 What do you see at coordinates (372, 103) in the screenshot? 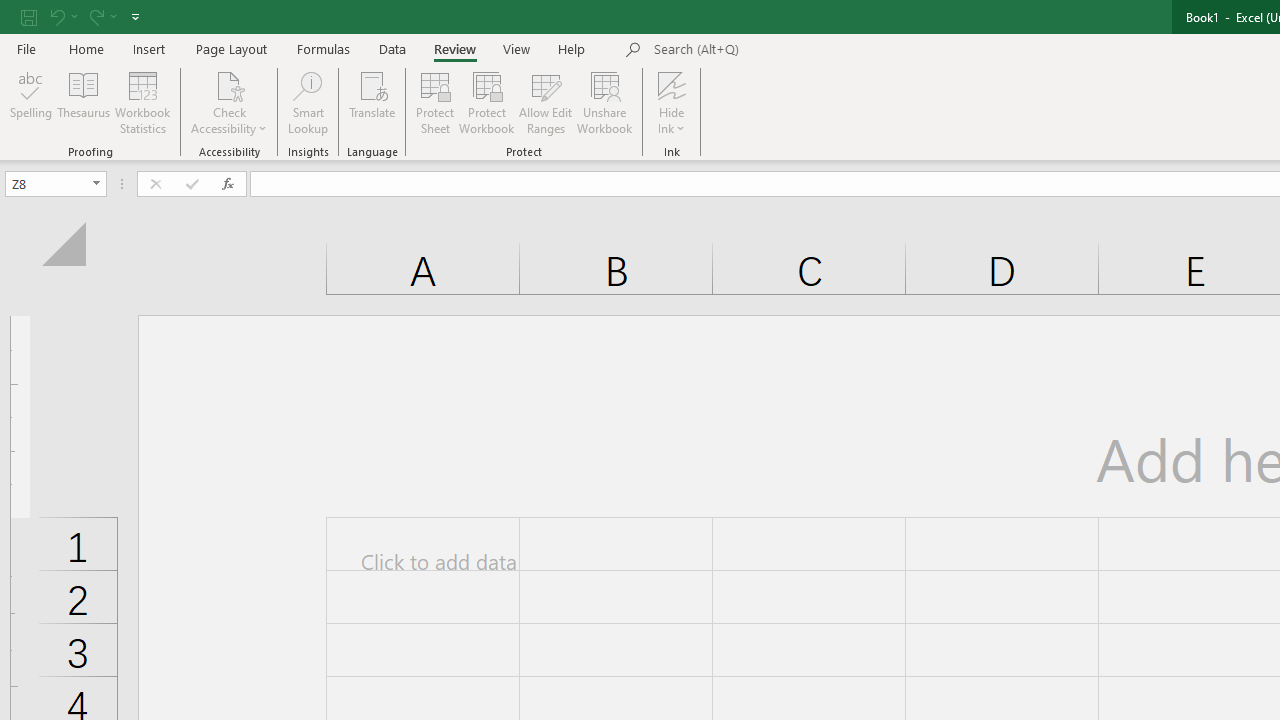
I see `'Translate'` at bounding box center [372, 103].